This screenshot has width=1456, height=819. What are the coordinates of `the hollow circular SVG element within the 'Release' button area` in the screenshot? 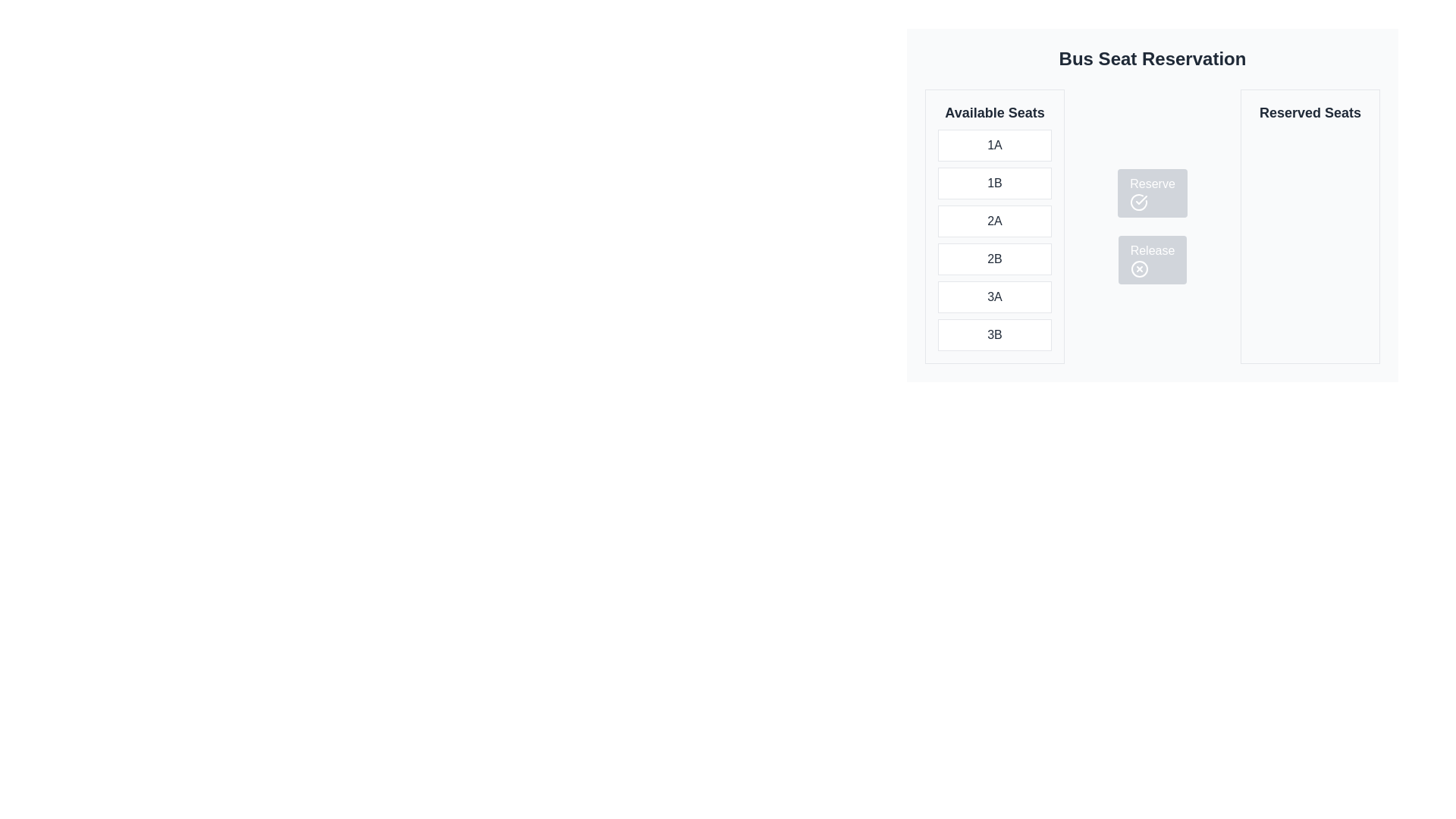 It's located at (1139, 268).